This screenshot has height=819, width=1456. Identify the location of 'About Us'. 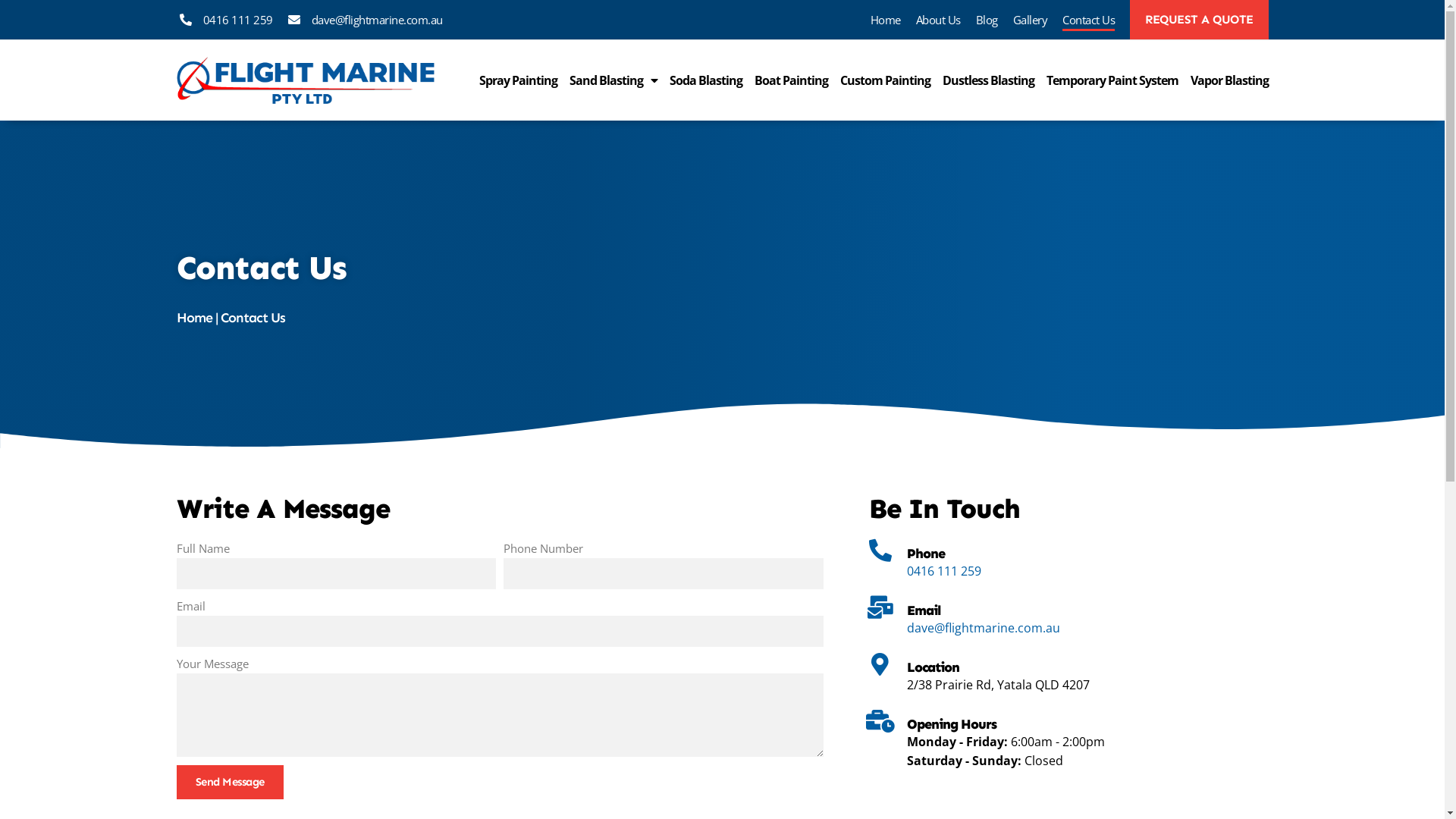
(937, 20).